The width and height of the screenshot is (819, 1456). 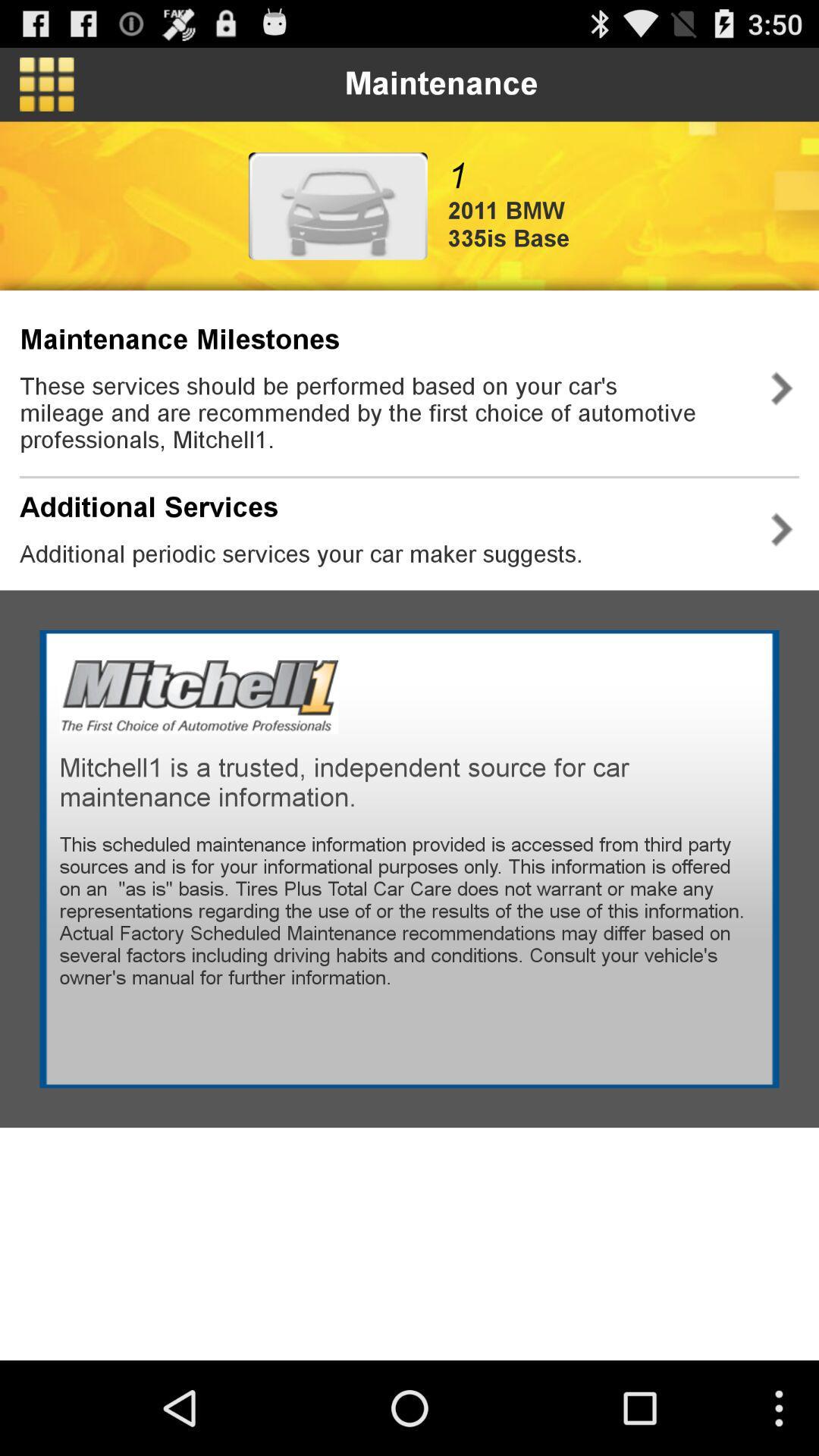 I want to click on icon above the maintenance milestones item, so click(x=45, y=83).